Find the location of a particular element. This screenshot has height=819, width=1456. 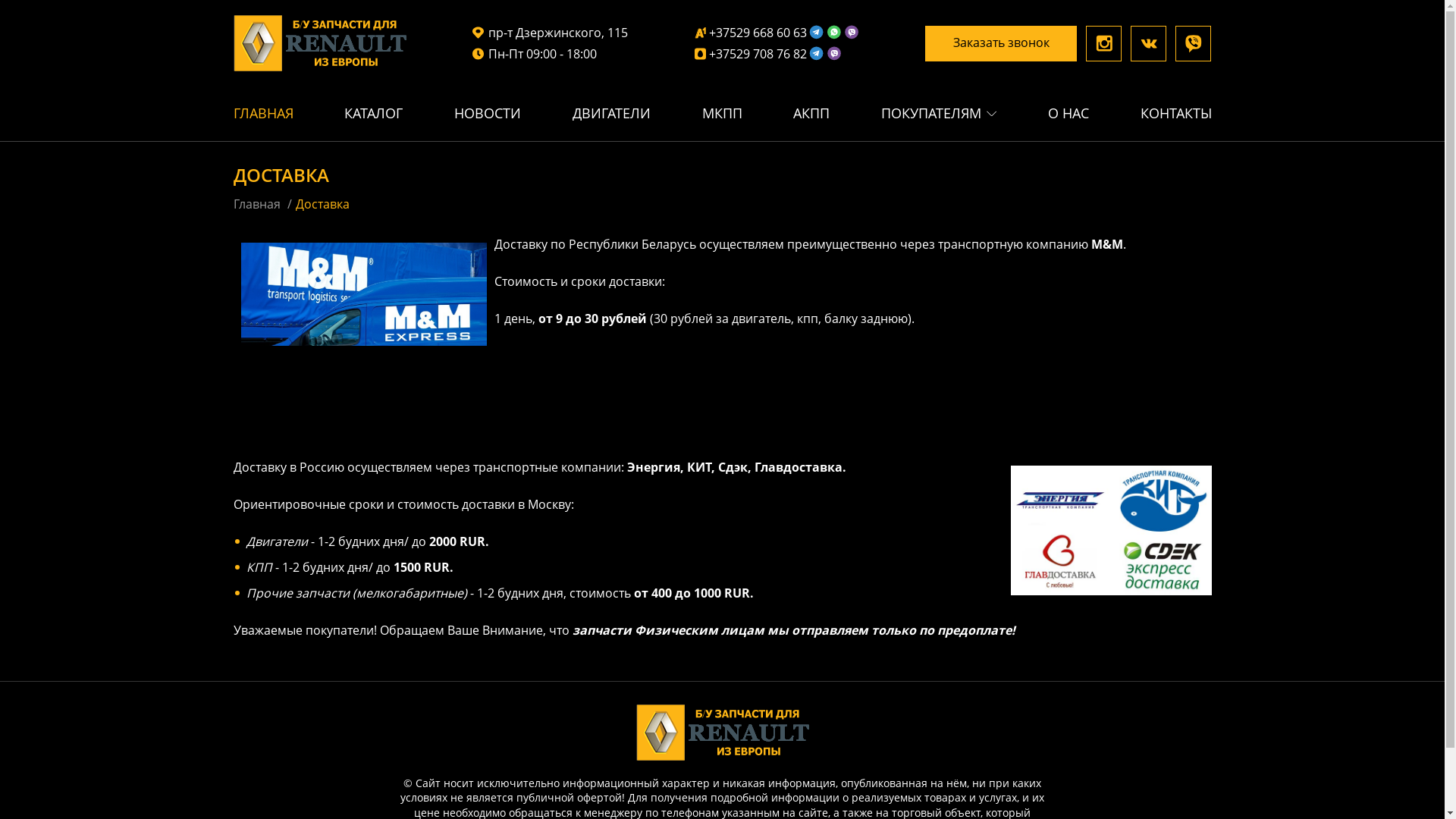

'+37529 708 76 82' is located at coordinates (694, 52).